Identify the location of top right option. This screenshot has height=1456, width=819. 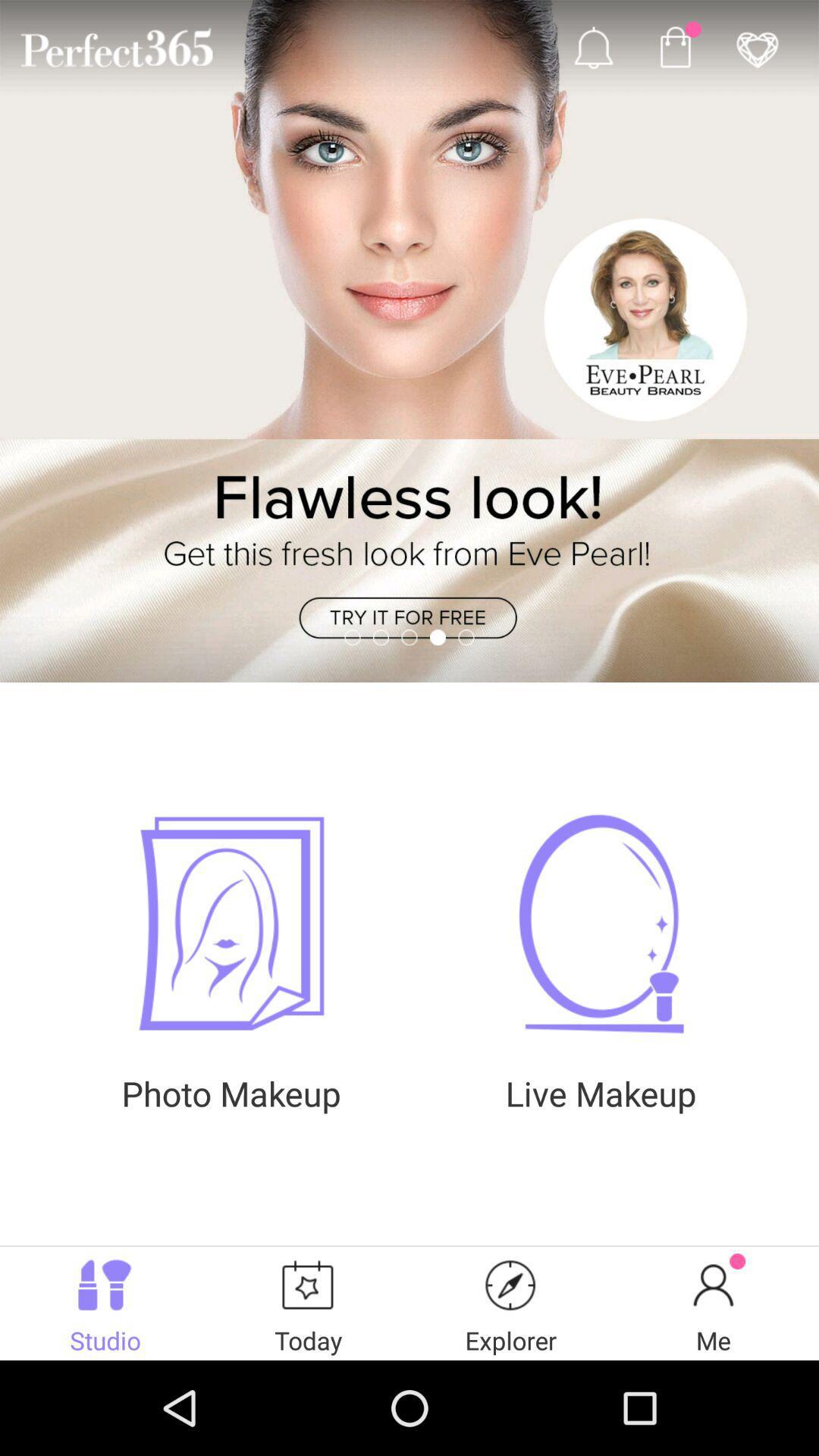
(758, 47).